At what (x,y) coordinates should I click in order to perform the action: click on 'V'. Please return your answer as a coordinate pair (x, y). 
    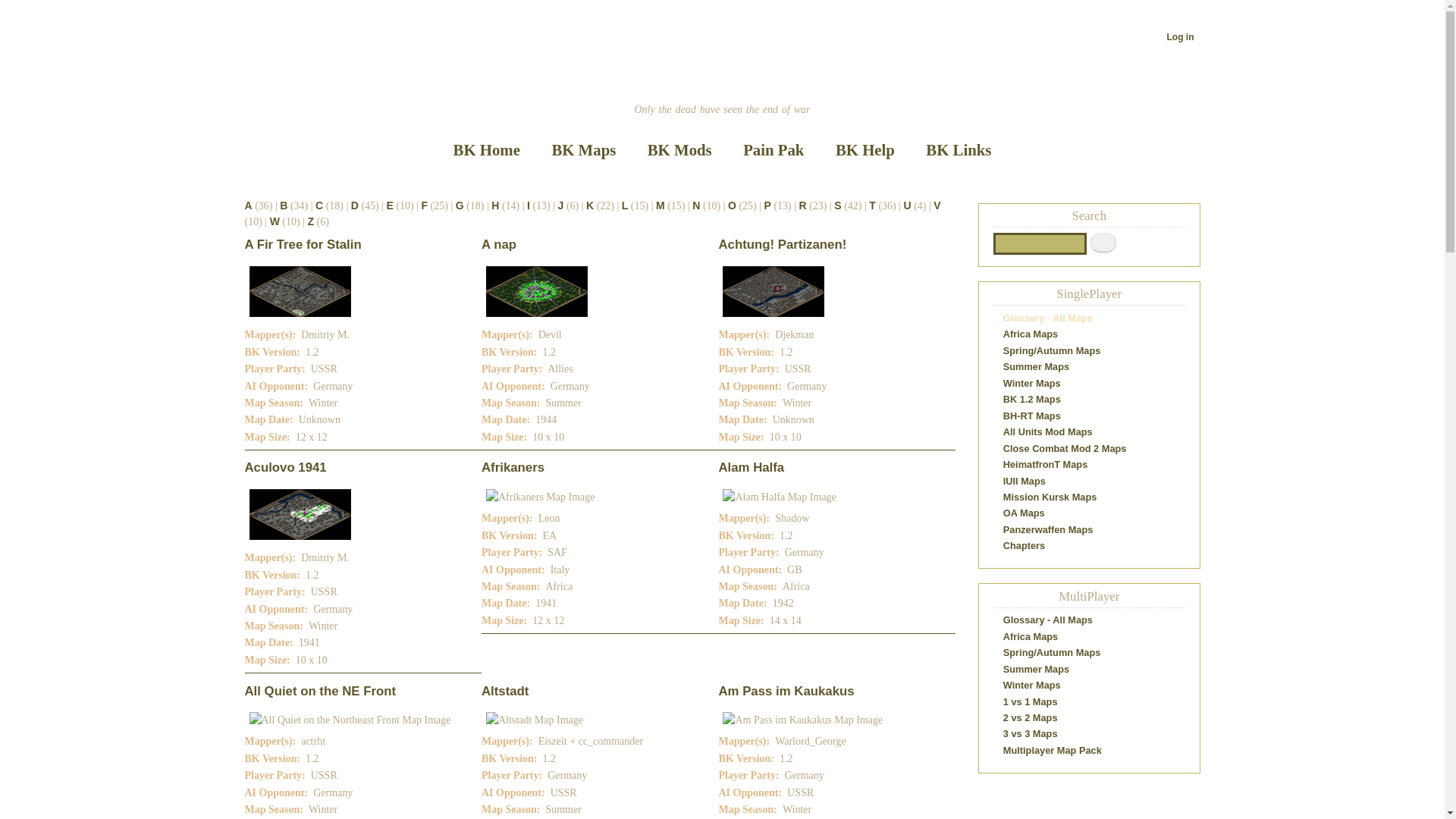
    Looking at the image, I should click on (932, 205).